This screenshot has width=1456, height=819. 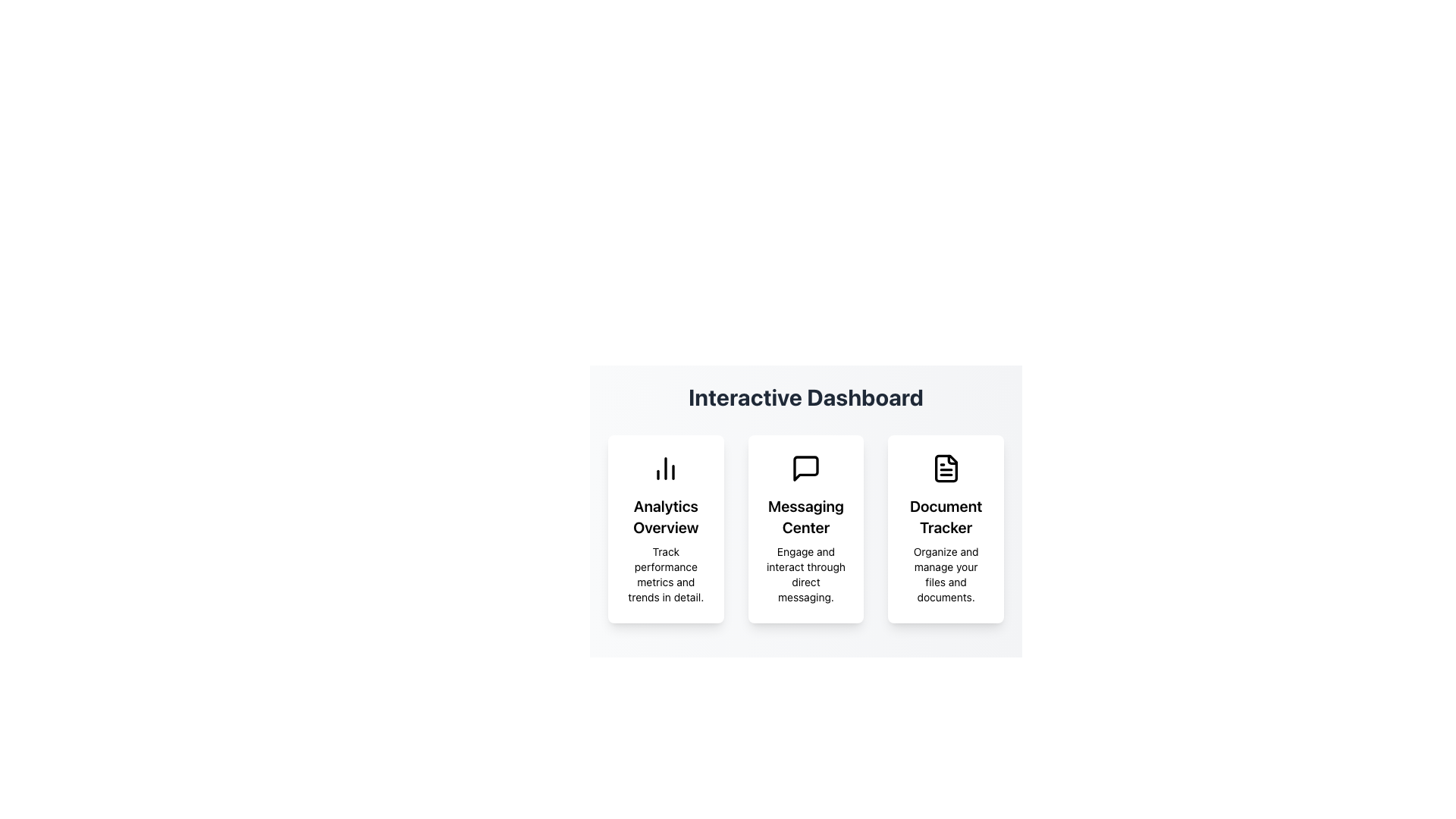 I want to click on the text label displaying 'Document Tracker', which is bold and larger, located in the center of the rightmost card among three horizontally aligned cards, so click(x=945, y=516).